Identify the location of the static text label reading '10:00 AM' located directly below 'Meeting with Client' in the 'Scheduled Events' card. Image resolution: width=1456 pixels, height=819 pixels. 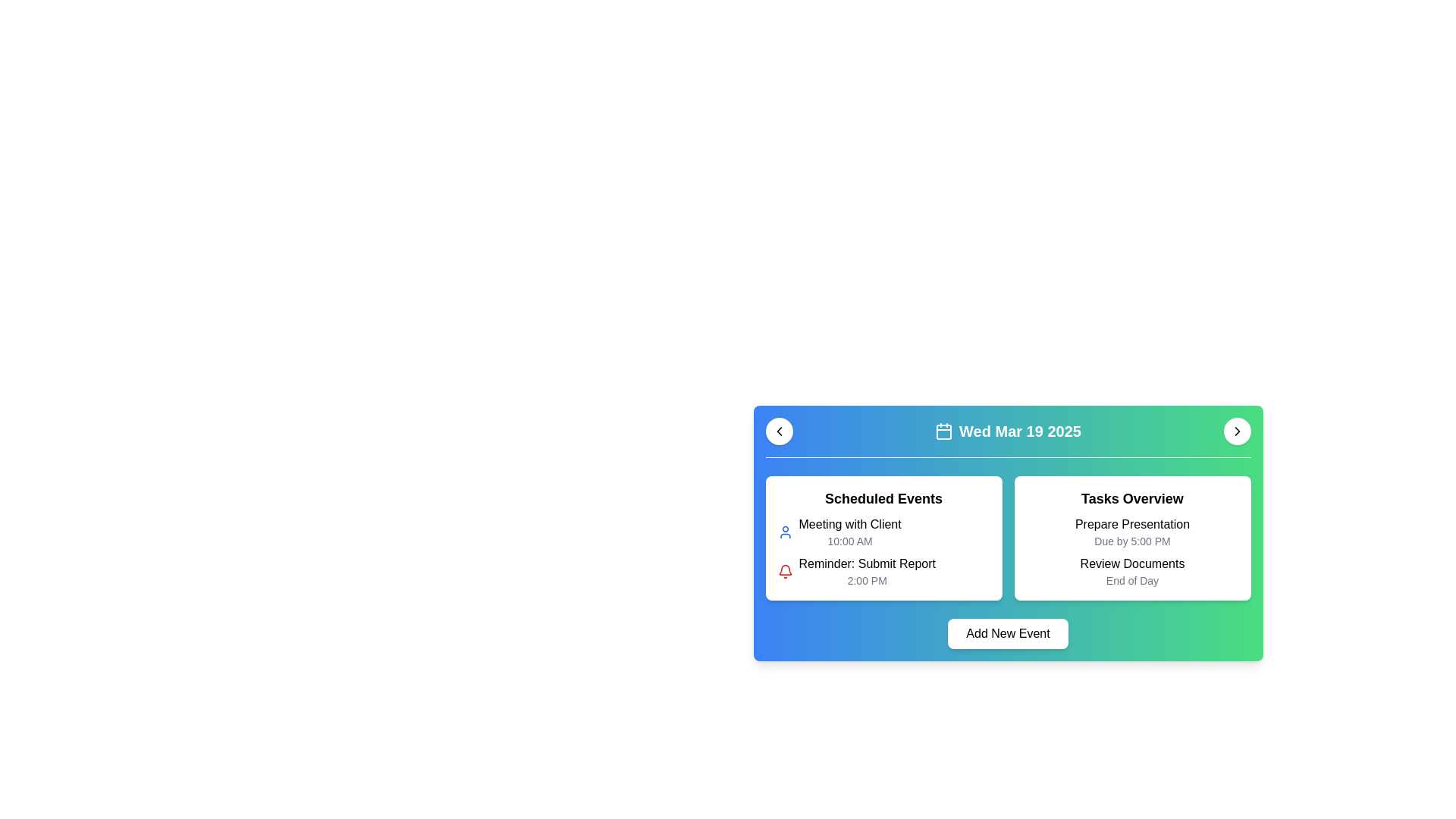
(850, 540).